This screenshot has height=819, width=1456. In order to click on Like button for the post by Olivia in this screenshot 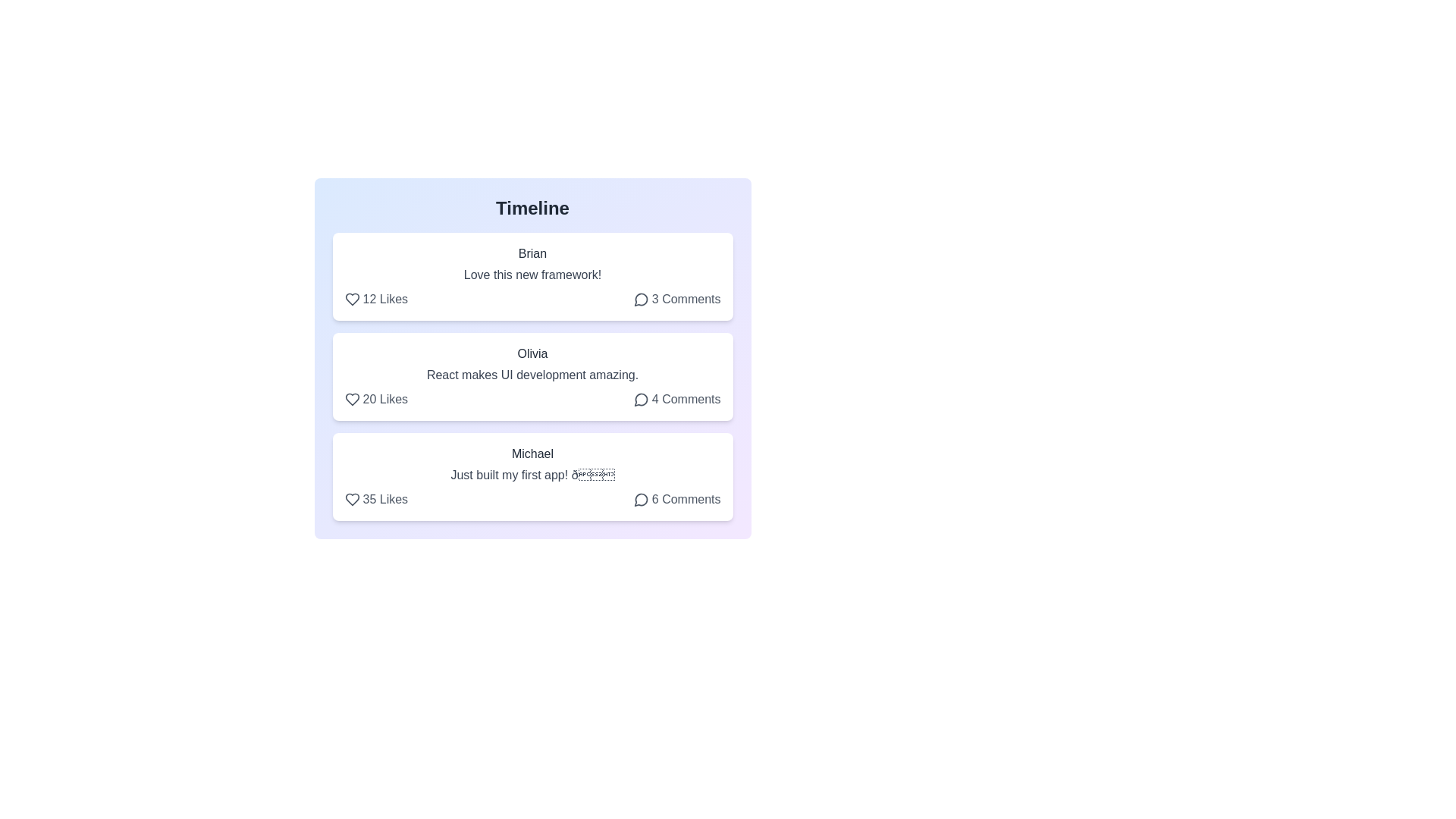, I will do `click(376, 399)`.